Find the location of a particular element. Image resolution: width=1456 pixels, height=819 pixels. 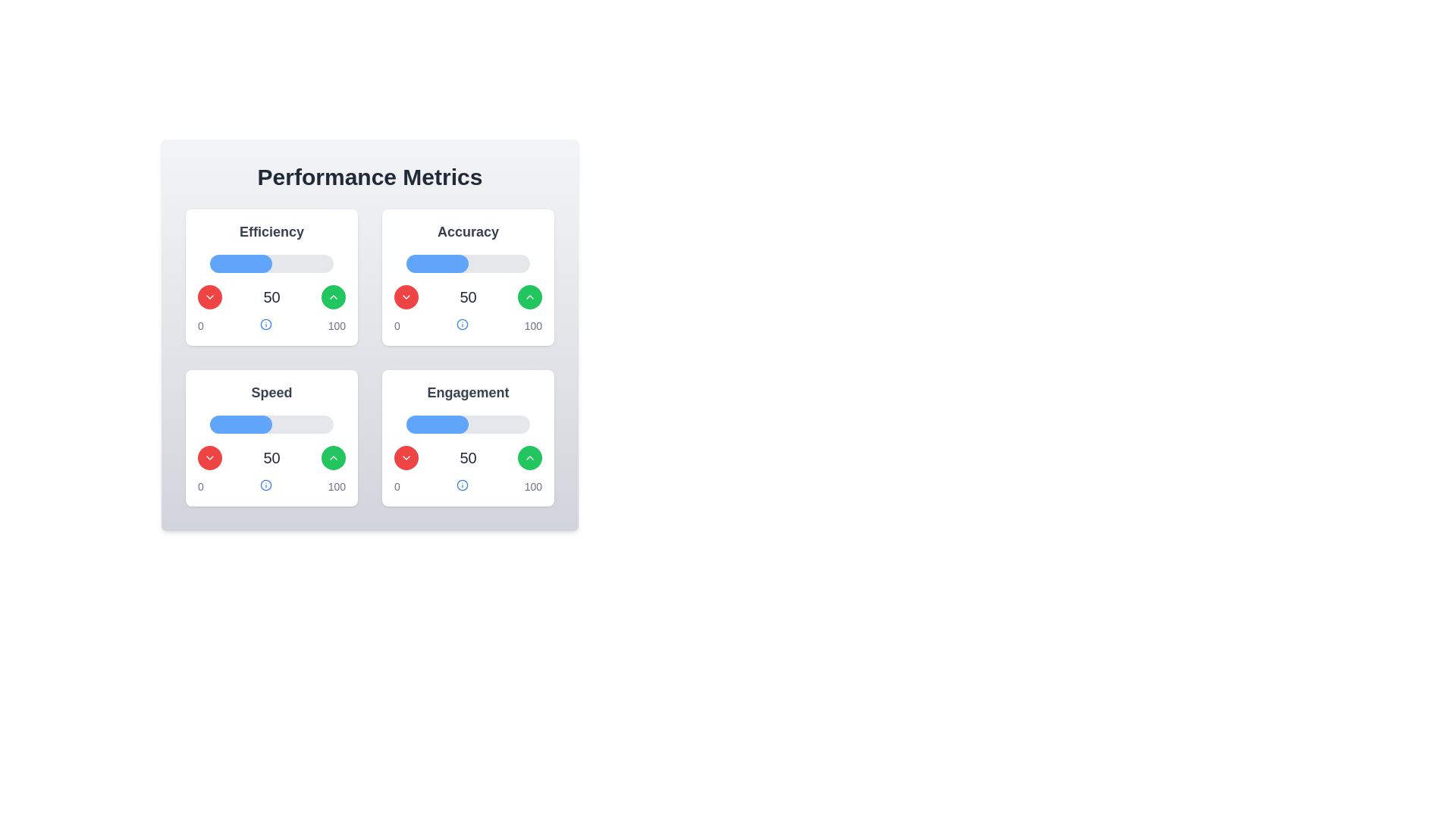

the static text label indicating a numerical value located in the lower-left card of a 2x2 grid layout, positioned between a red circular button with a downward arrow and a green circular button with an upward arrow is located at coordinates (271, 457).